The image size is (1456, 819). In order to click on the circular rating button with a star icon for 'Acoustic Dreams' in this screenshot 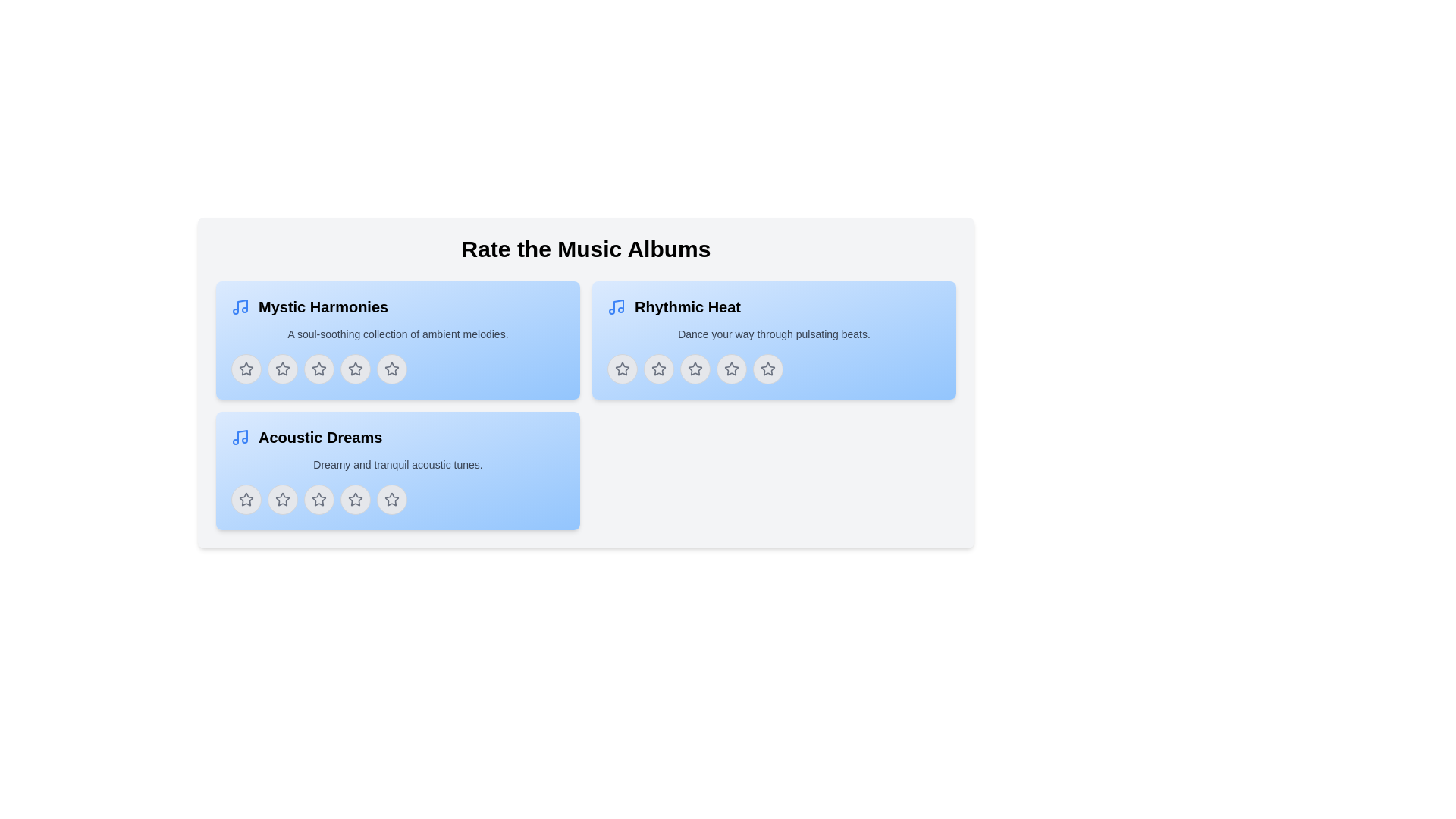, I will do `click(318, 500)`.